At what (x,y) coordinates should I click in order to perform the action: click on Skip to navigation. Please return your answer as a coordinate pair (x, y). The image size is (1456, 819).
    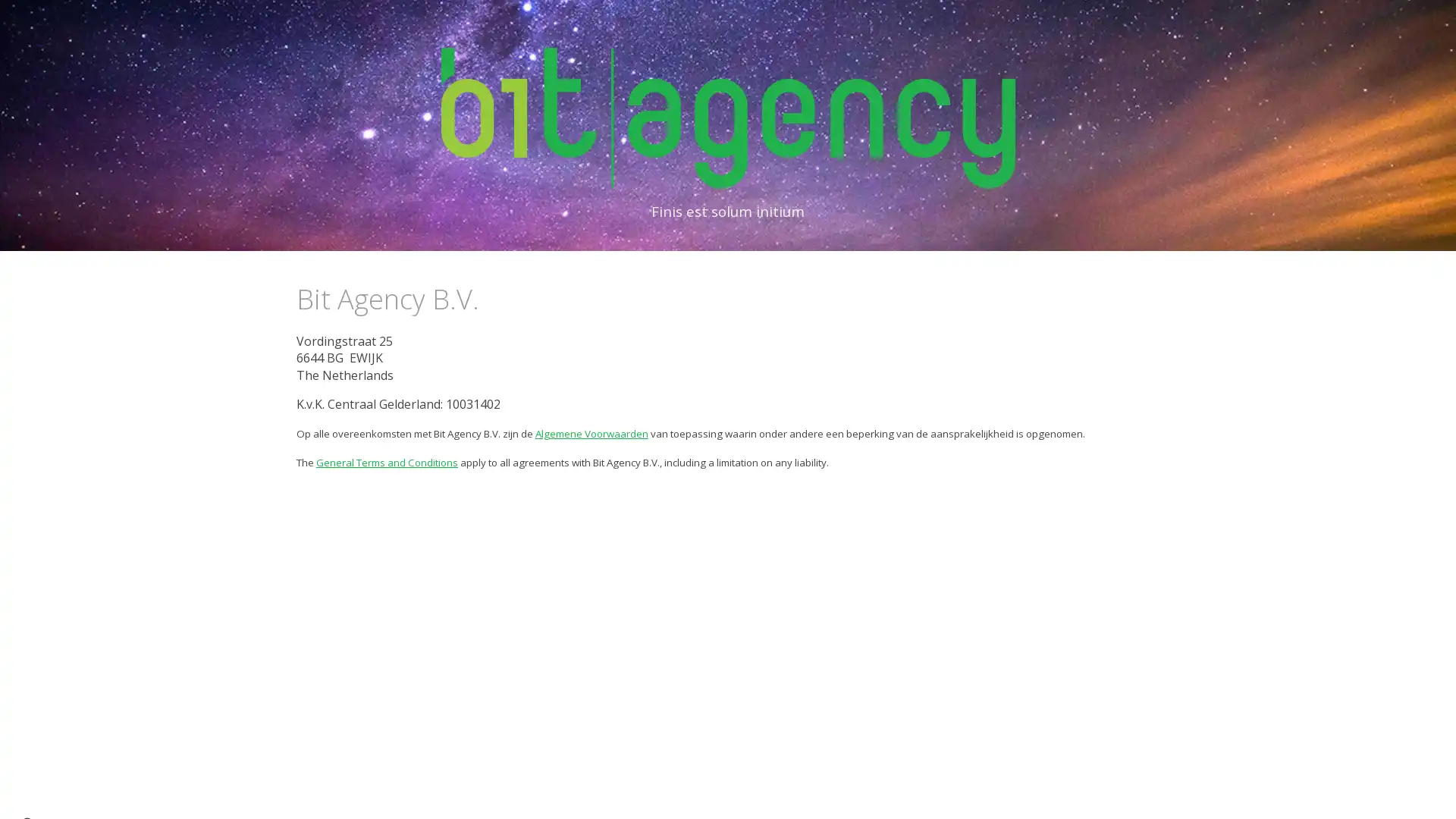
    Looking at the image, I should click on (864, 28).